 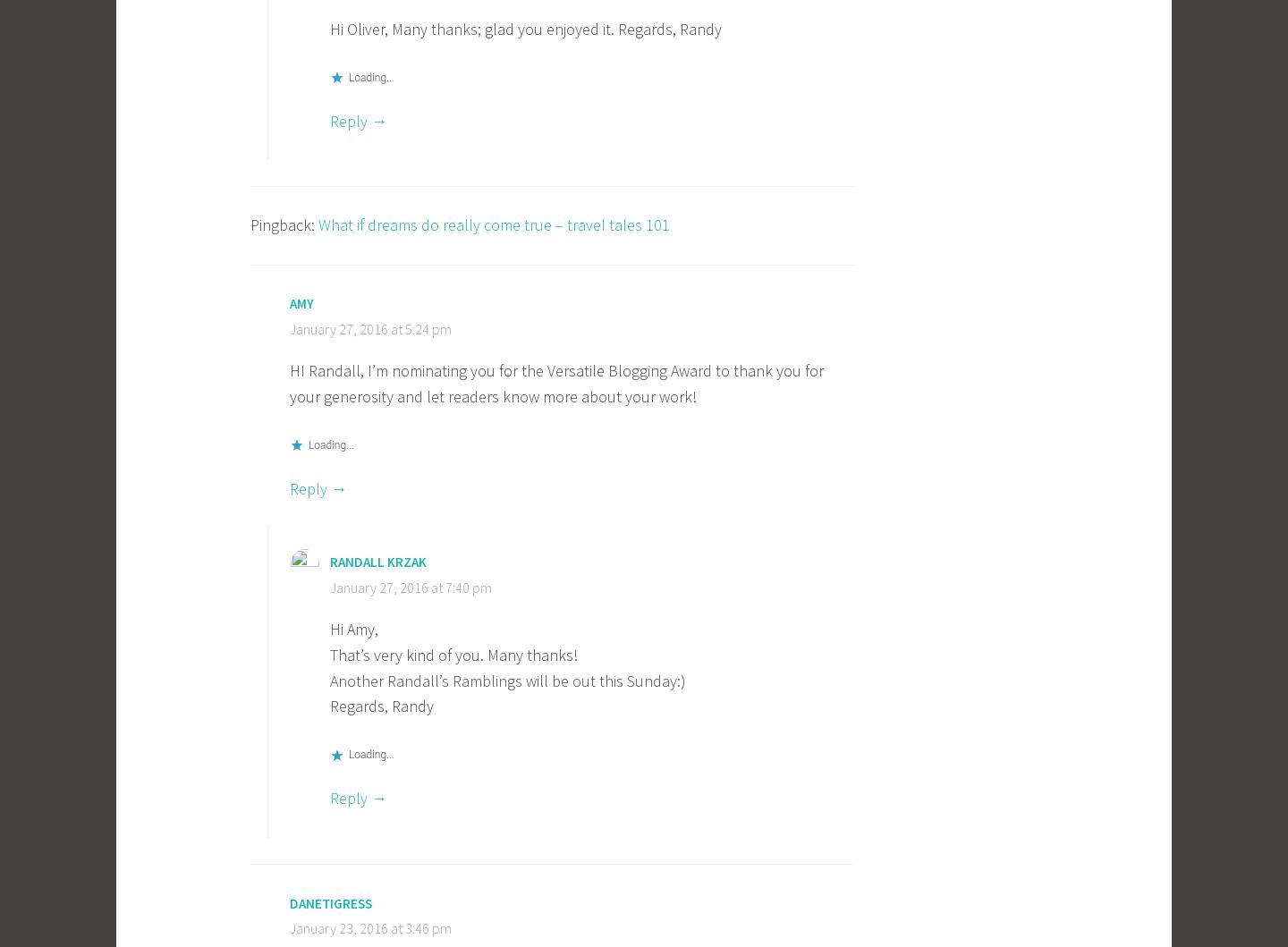 What do you see at coordinates (353, 628) in the screenshot?
I see `'Hi Amy,'` at bounding box center [353, 628].